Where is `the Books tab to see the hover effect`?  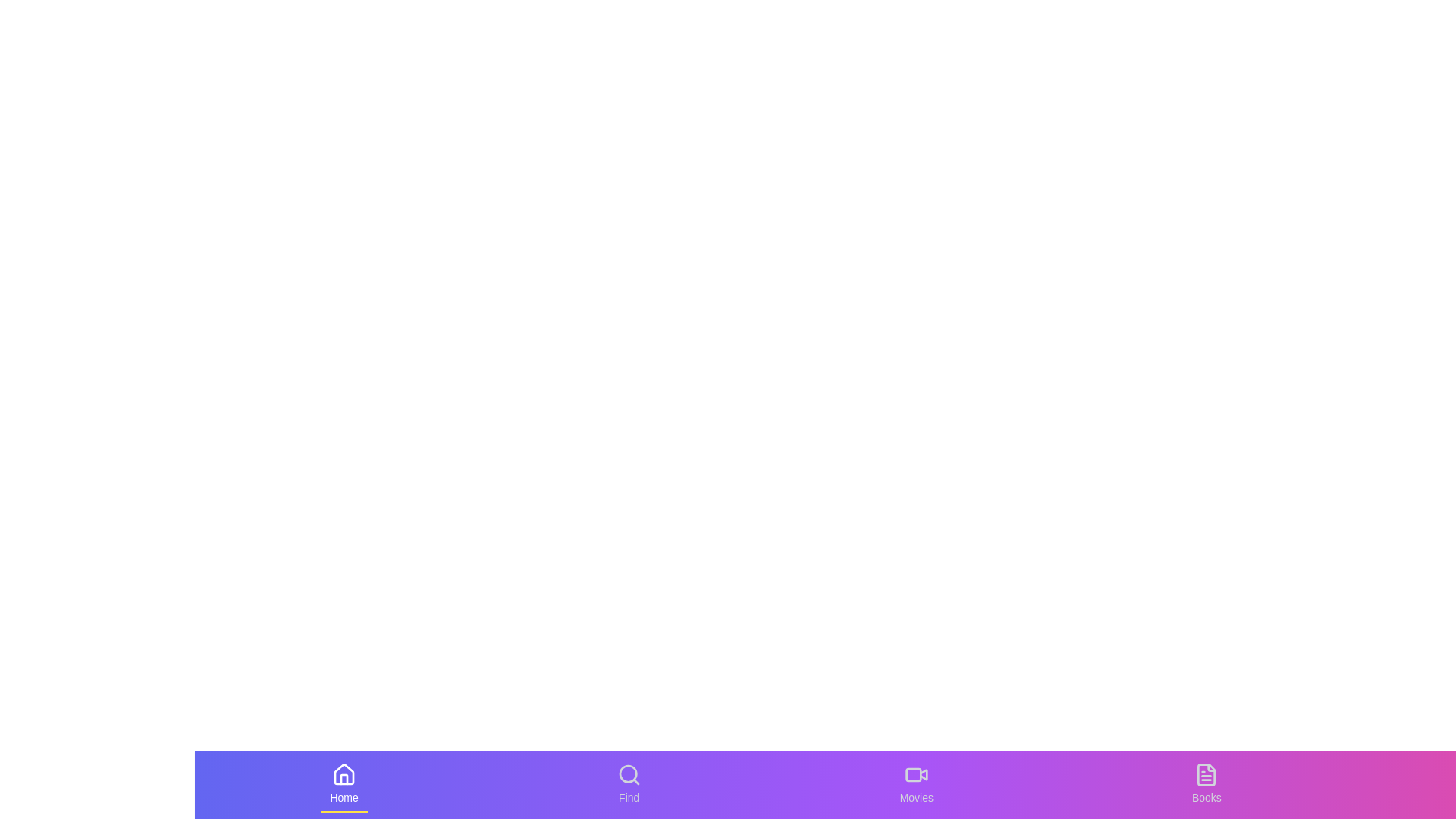
the Books tab to see the hover effect is located at coordinates (1206, 784).